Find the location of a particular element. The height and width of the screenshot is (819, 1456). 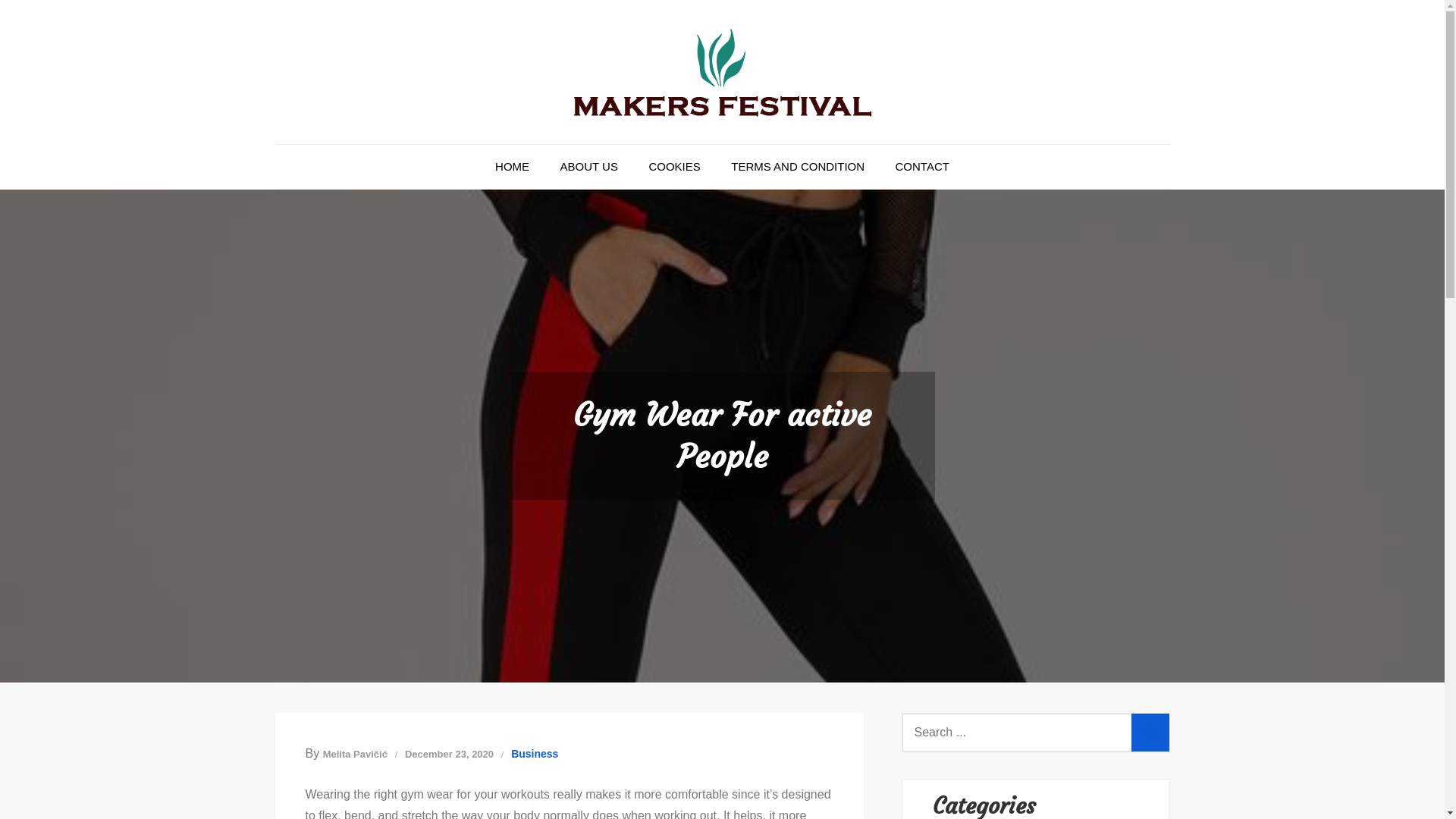

'Makers Festival' is located at coordinates (610, 149).